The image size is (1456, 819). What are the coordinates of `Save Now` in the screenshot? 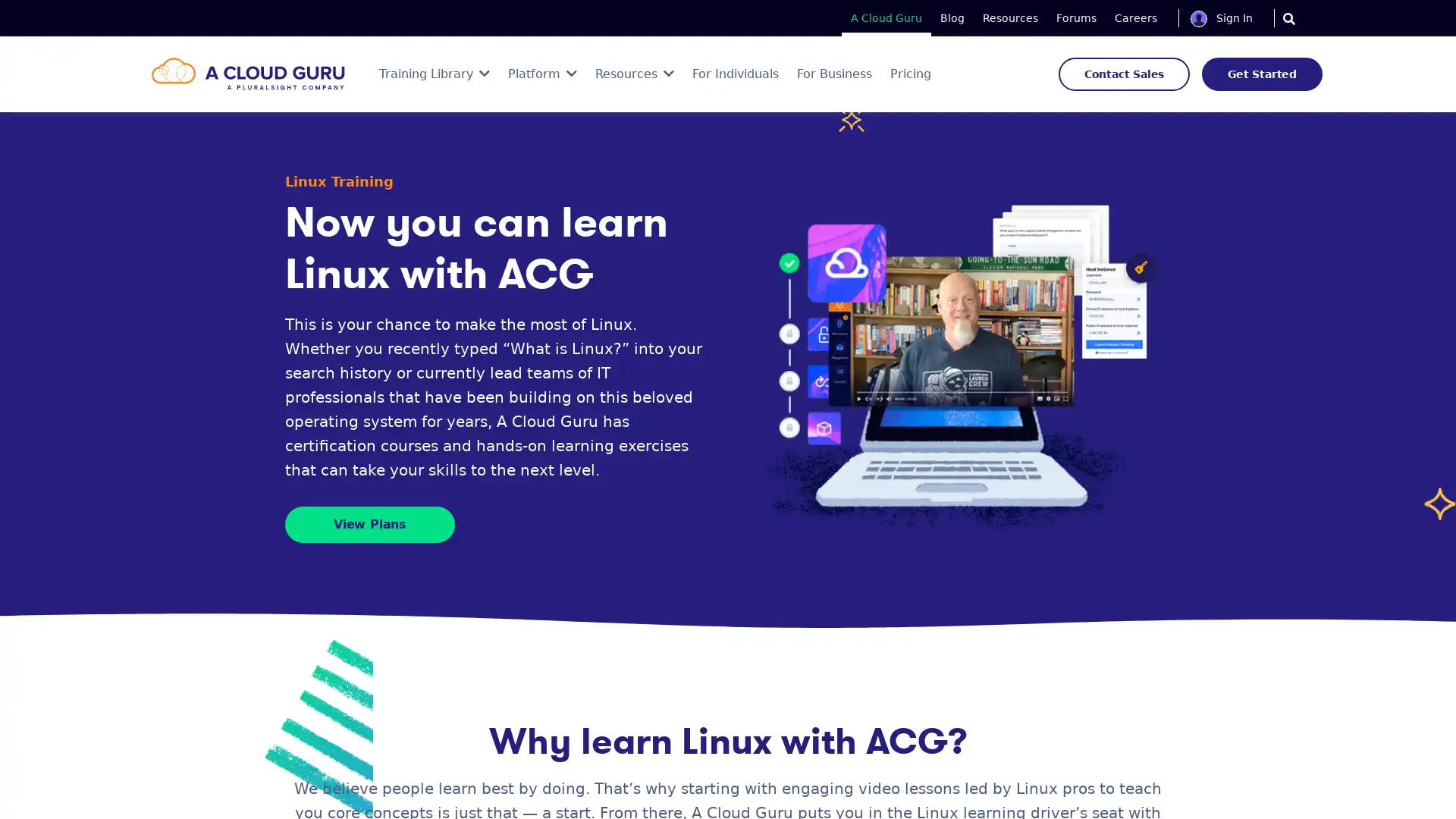 It's located at (1032, 786).